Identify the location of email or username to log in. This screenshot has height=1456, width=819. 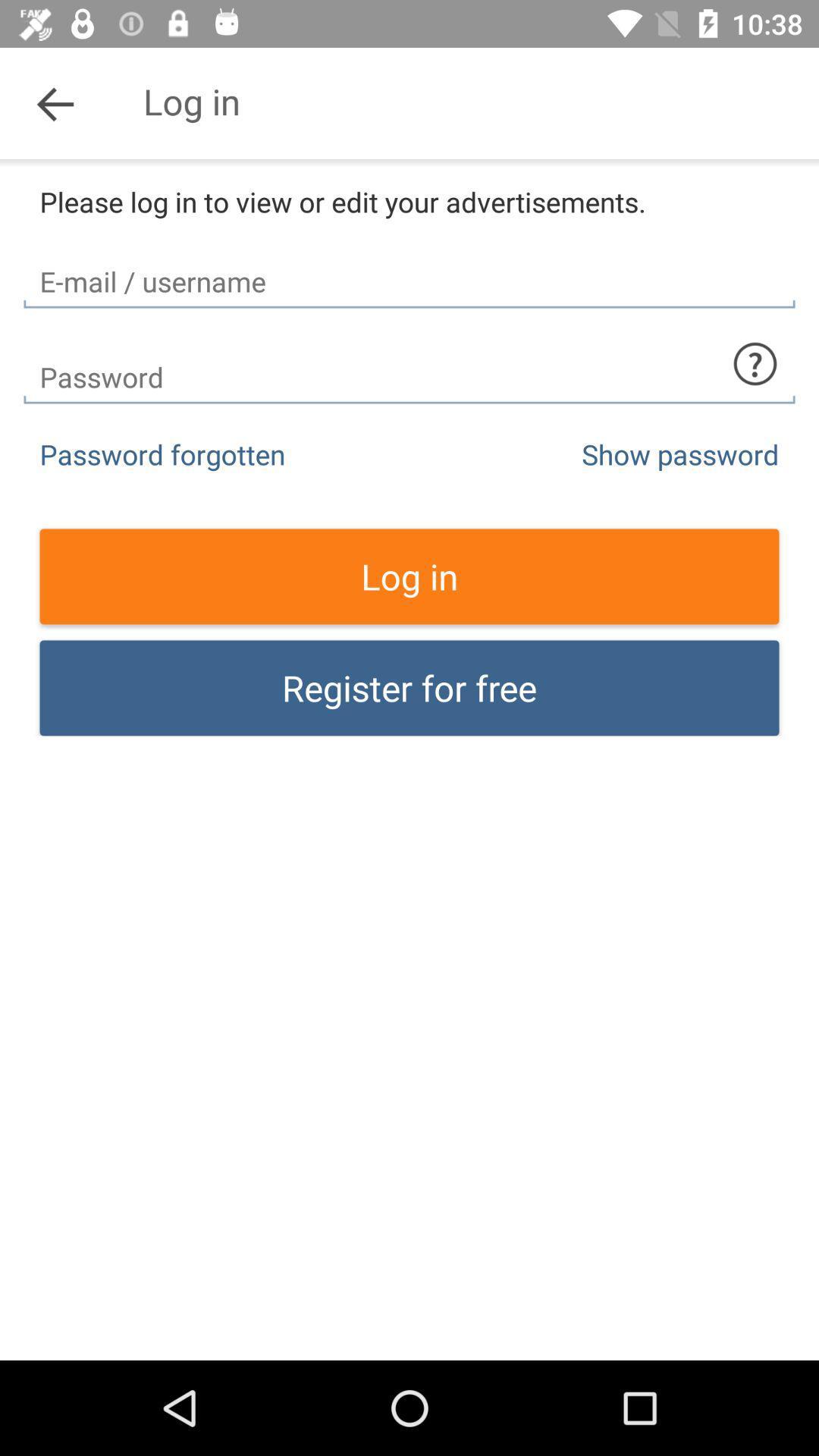
(409, 268).